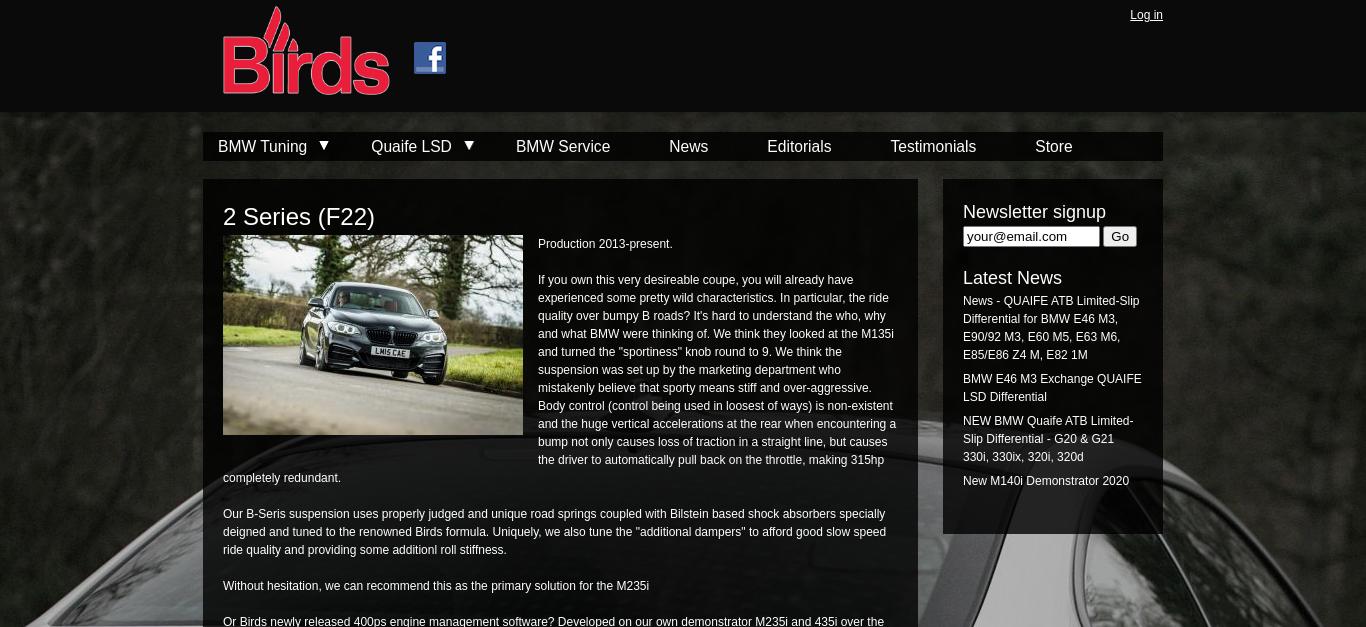  I want to click on 'NEW BMW Quaife ATB Limited-Slip Differential - G20 & G21 330i, 330ix, 320i, 320d', so click(963, 439).